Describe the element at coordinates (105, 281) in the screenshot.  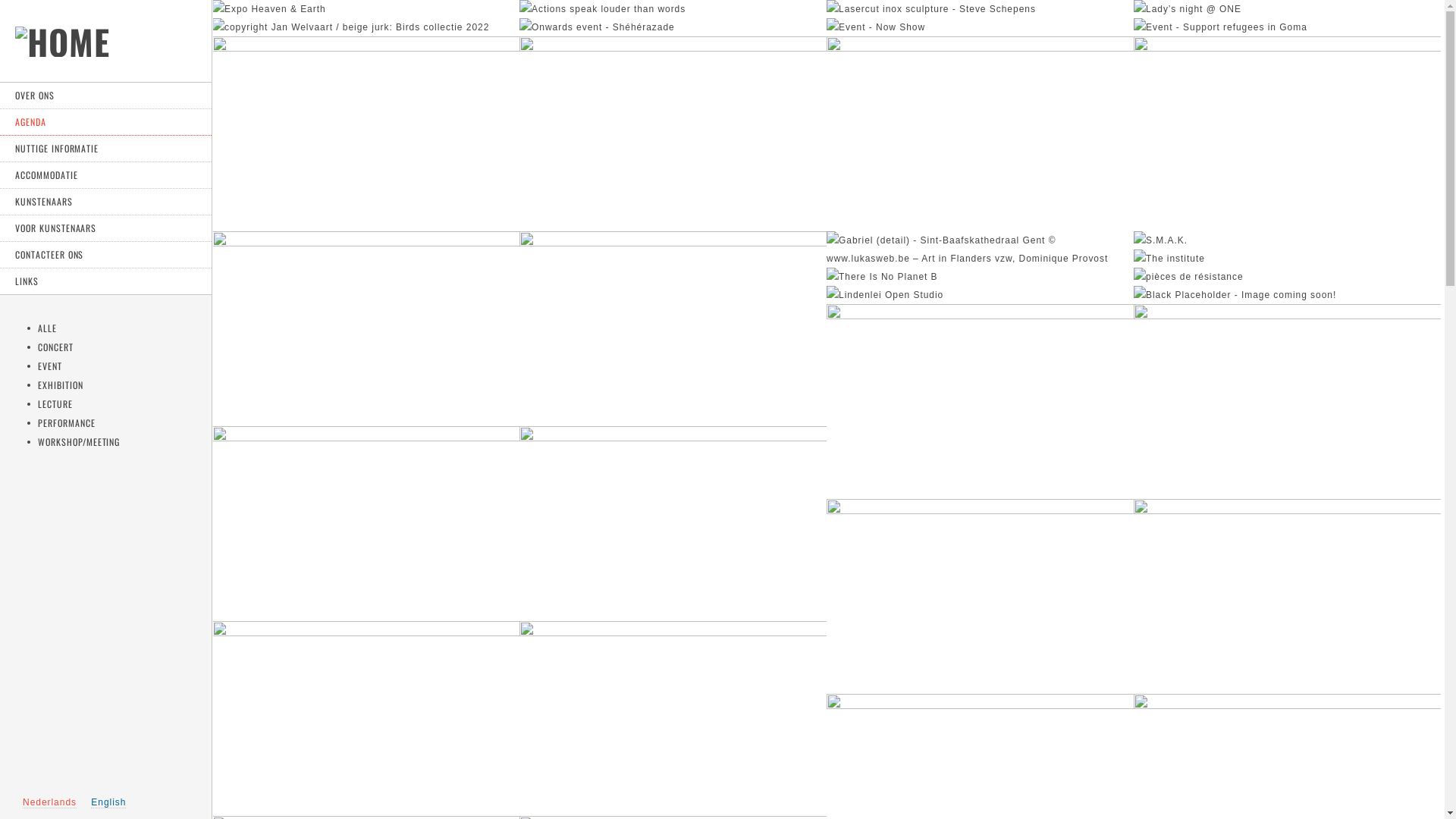
I see `'LINKS'` at that location.